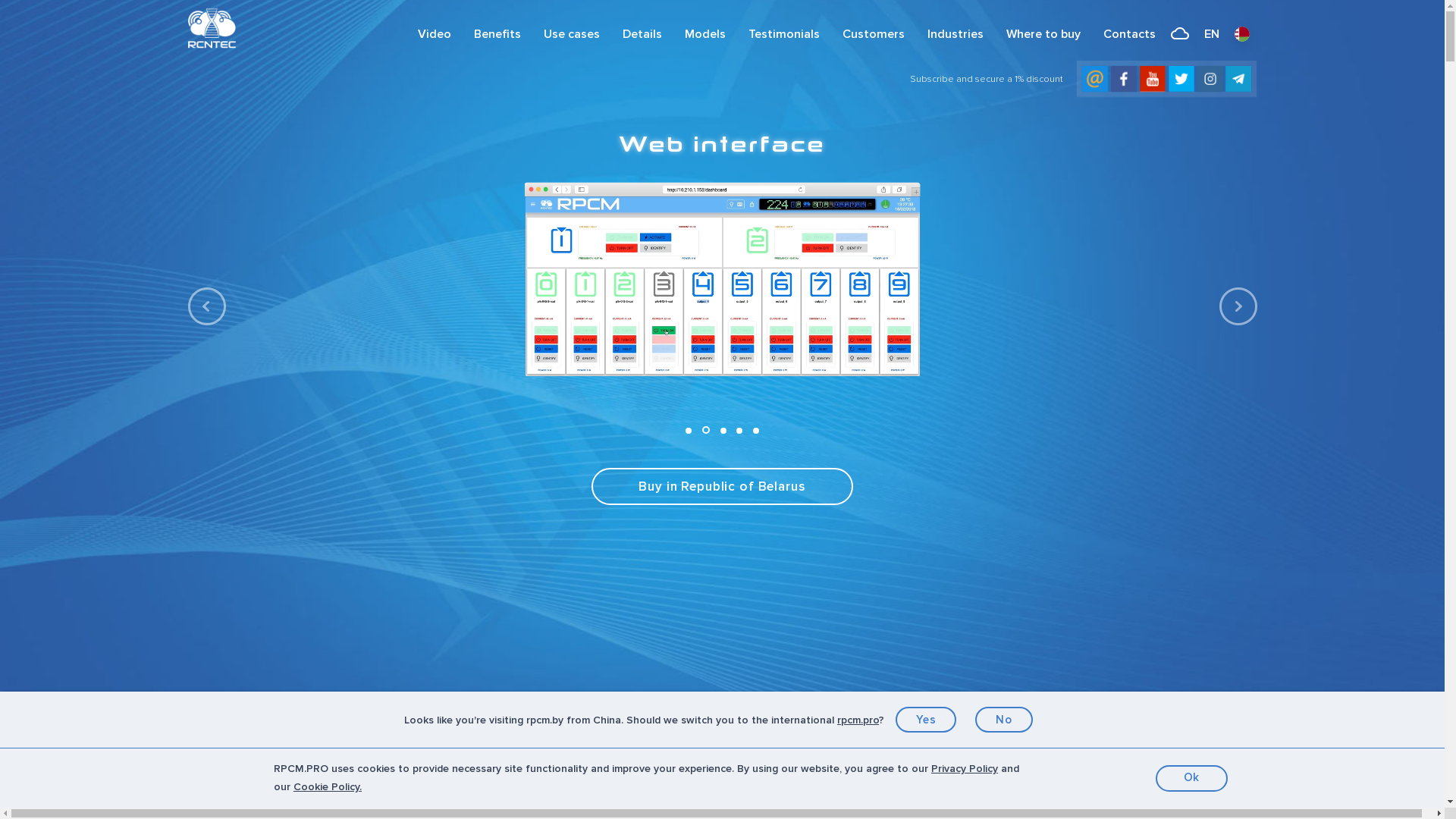  Describe the element at coordinates (994, 34) in the screenshot. I see `'Where to buy'` at that location.